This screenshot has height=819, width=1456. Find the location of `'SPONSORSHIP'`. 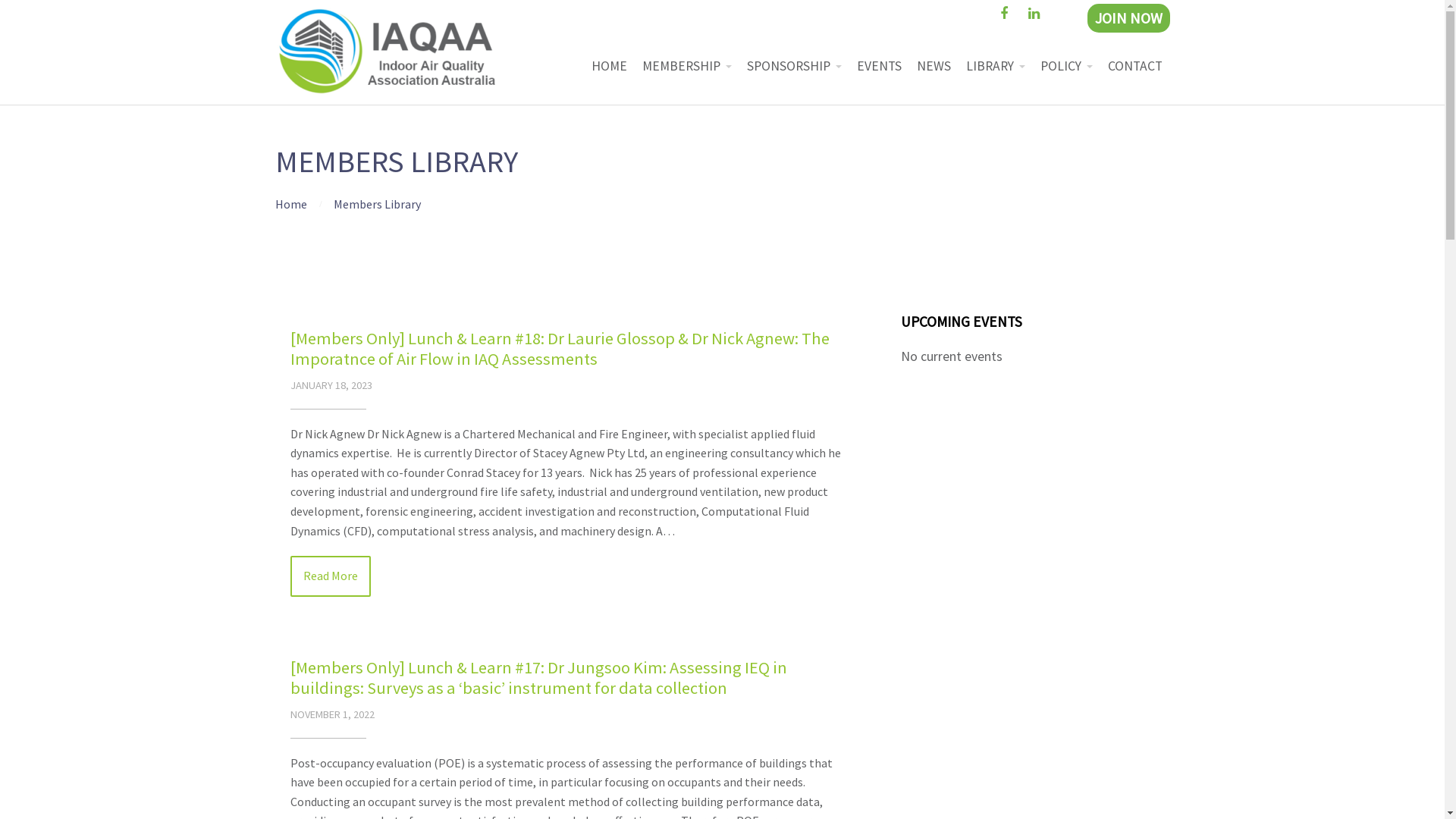

'SPONSORSHIP' is located at coordinates (792, 65).